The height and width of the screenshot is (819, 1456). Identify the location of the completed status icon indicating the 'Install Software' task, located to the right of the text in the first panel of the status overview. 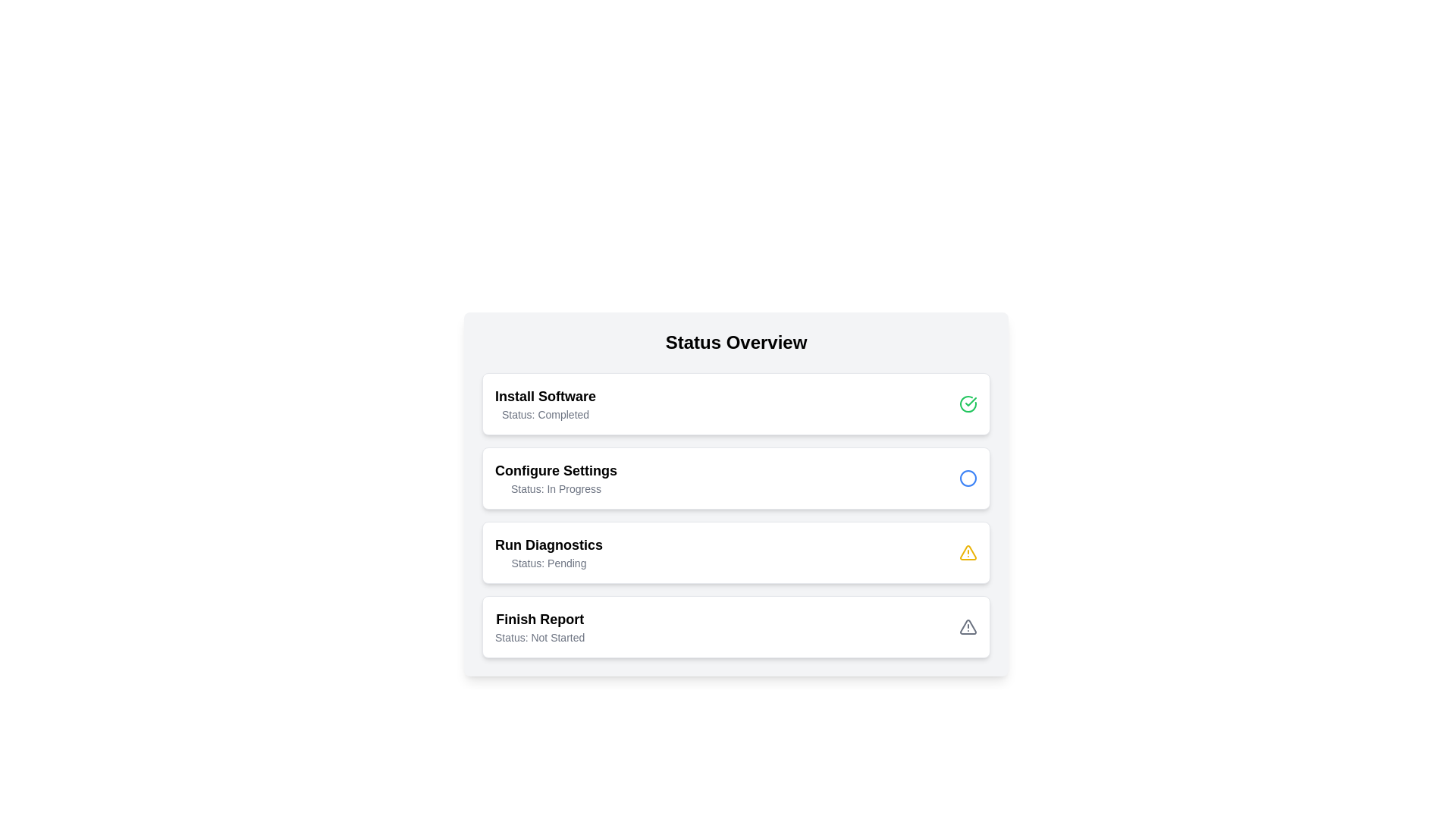
(971, 400).